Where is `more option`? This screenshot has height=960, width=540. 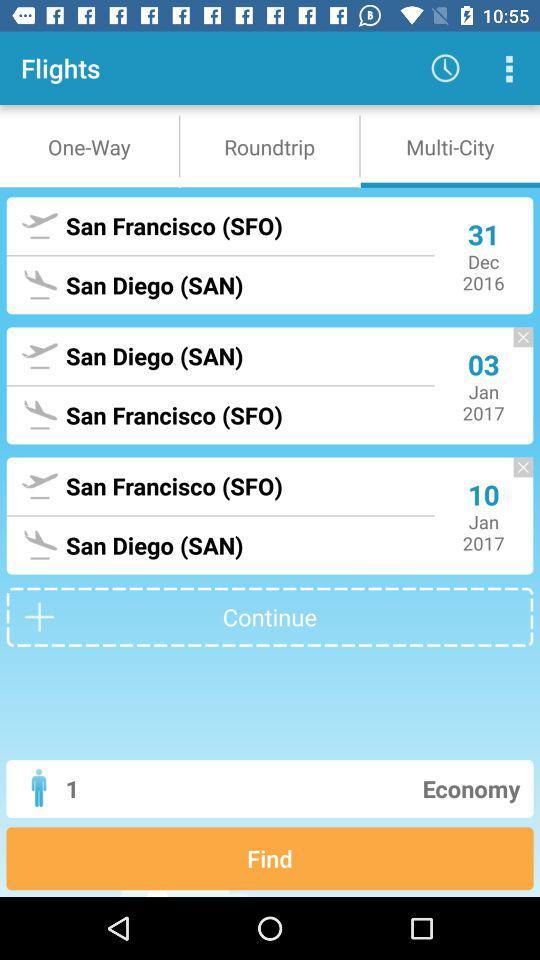
more option is located at coordinates (508, 68).